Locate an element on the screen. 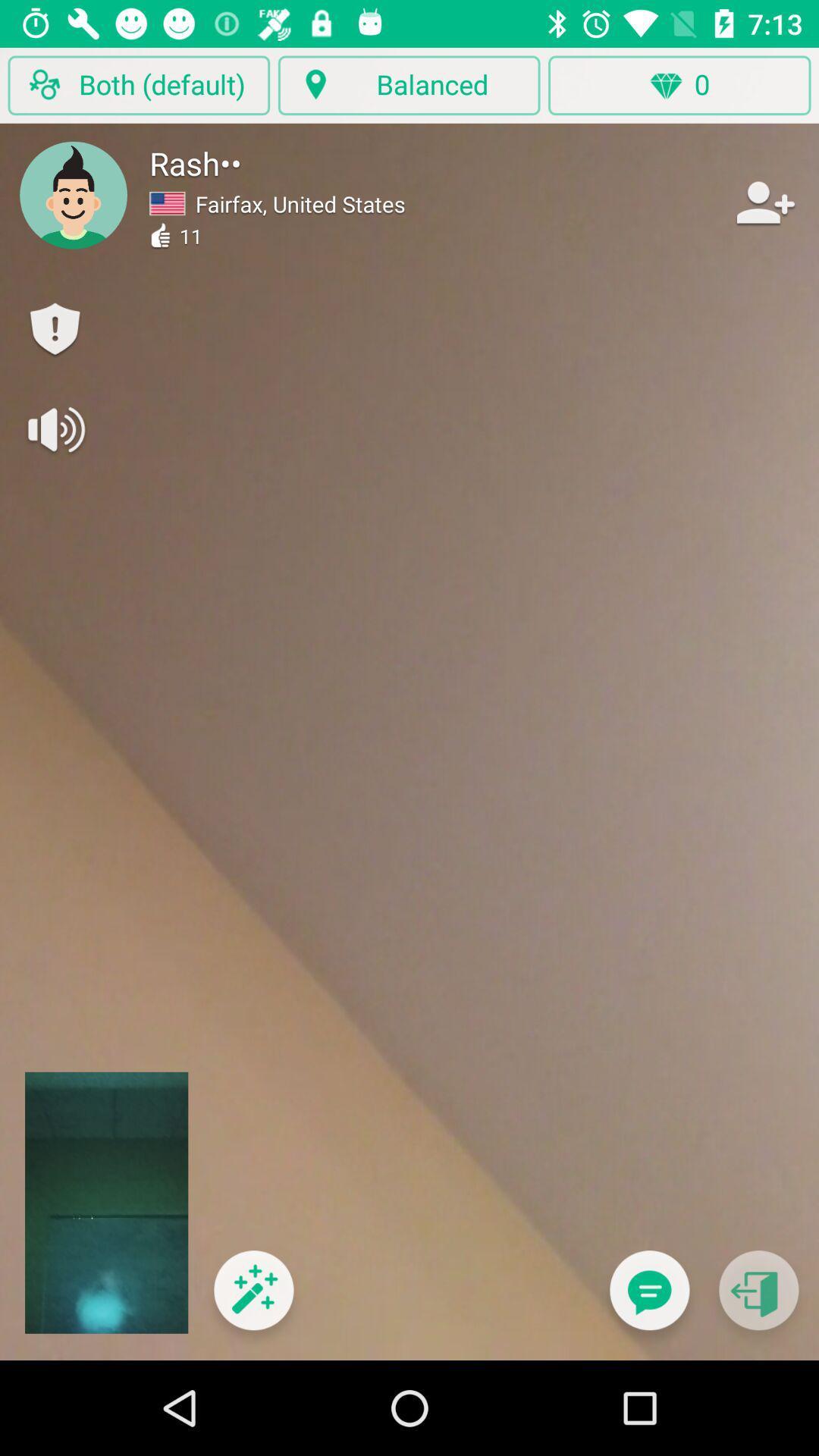  friend is located at coordinates (764, 202).